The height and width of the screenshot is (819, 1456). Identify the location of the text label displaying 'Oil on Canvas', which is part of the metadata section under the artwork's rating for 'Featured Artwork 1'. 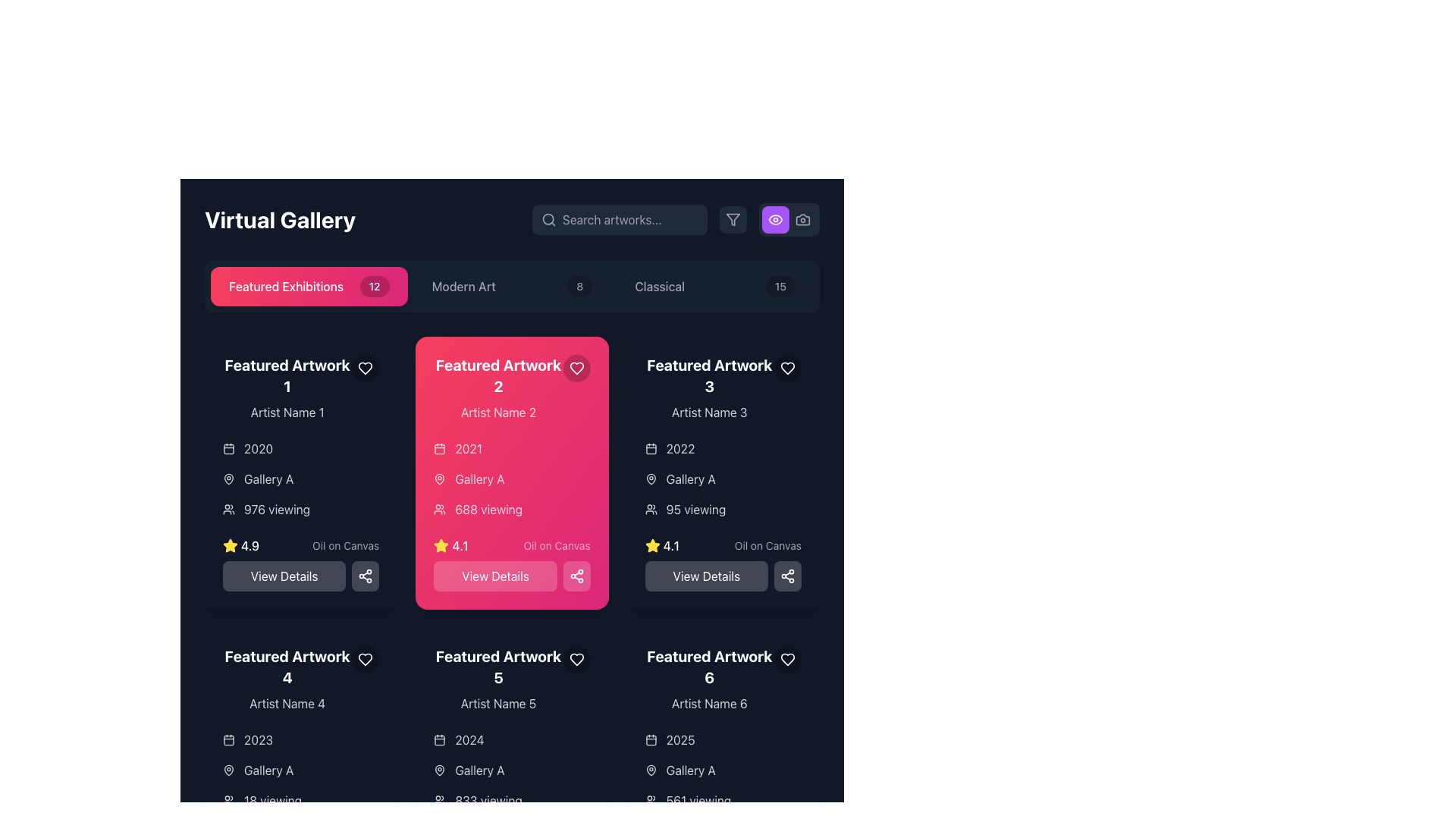
(345, 546).